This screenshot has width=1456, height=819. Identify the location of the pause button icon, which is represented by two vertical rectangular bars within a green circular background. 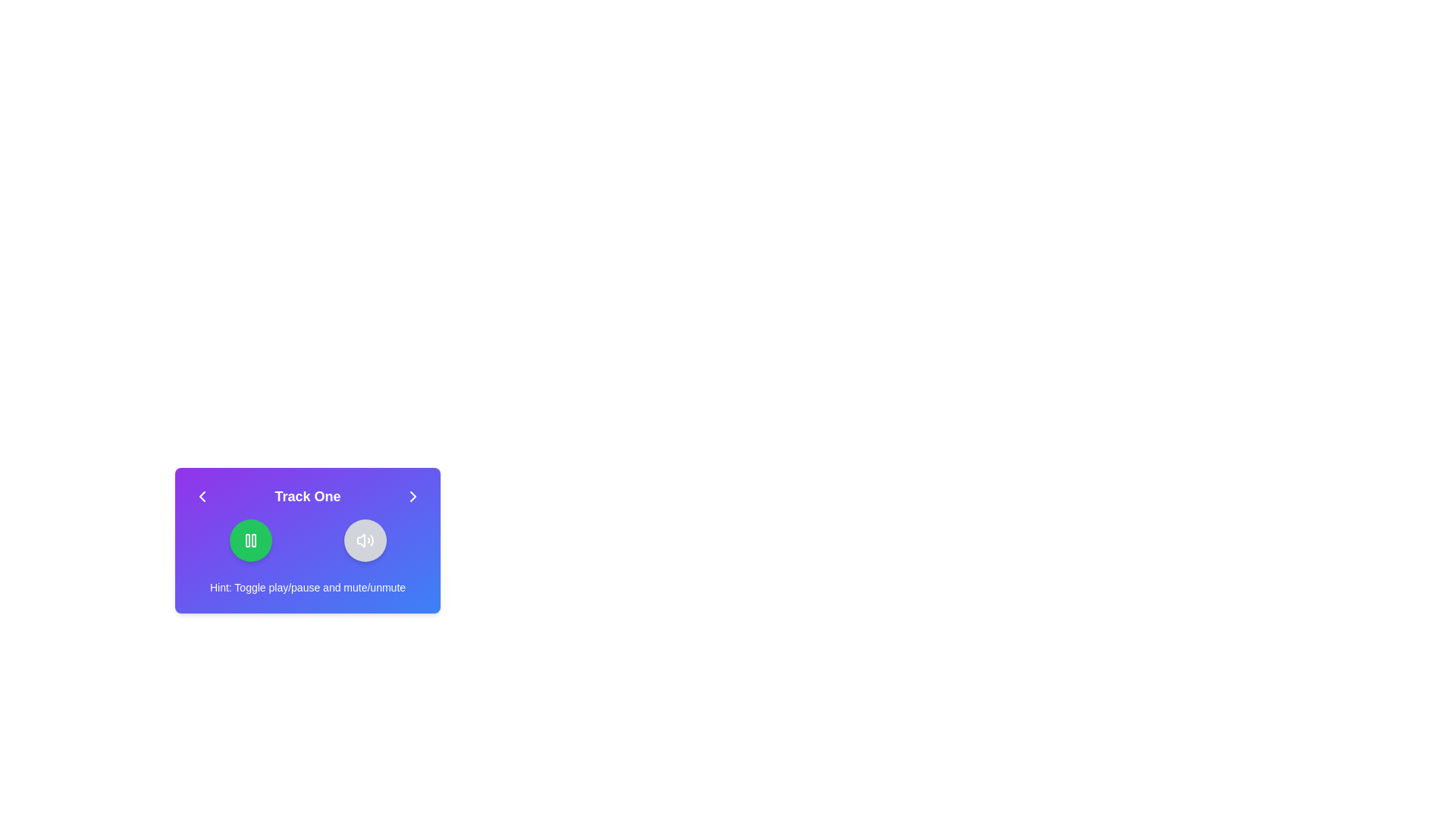
(250, 540).